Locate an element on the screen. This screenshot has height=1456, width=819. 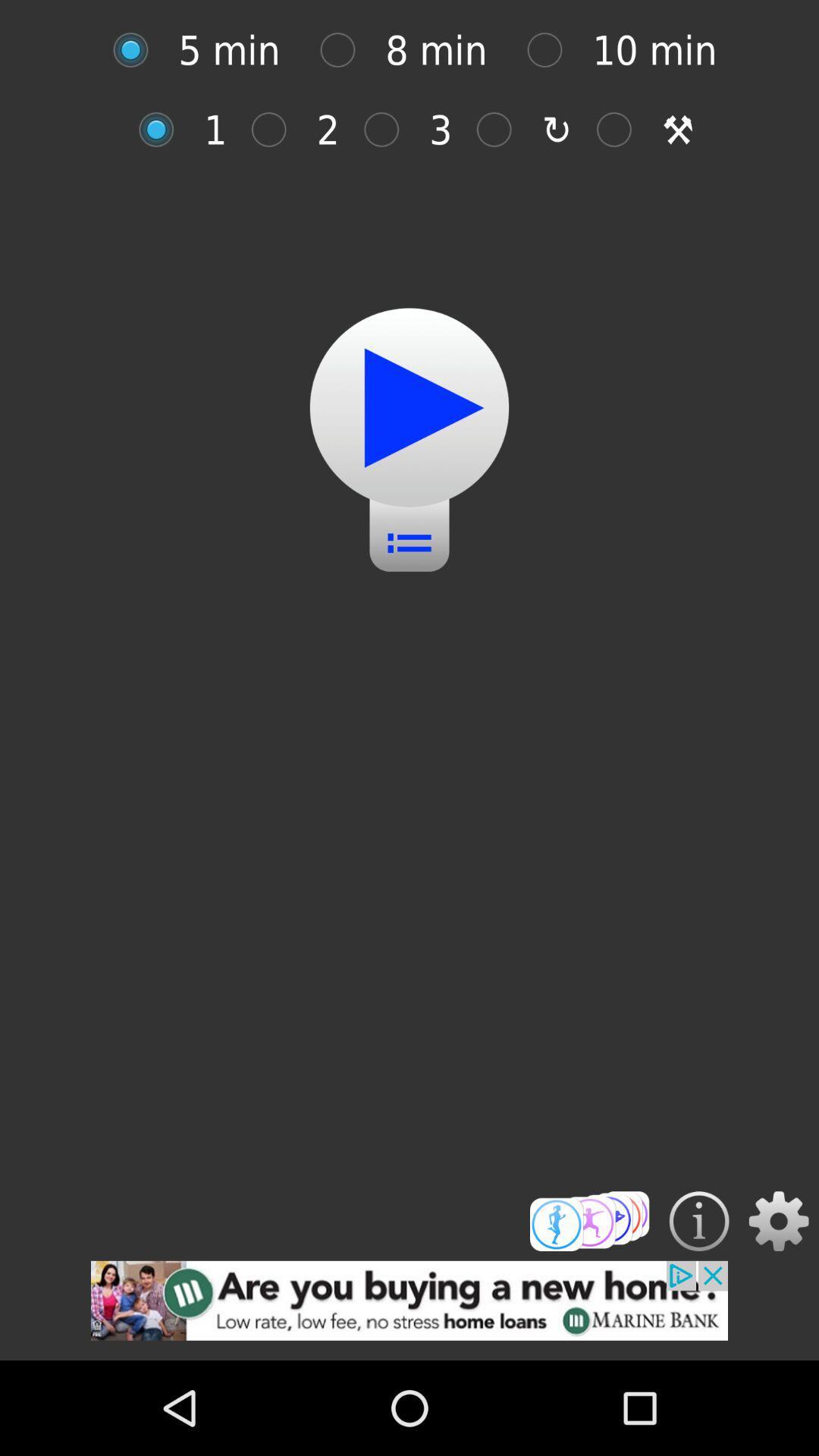
minutes options is located at coordinates (553, 50).